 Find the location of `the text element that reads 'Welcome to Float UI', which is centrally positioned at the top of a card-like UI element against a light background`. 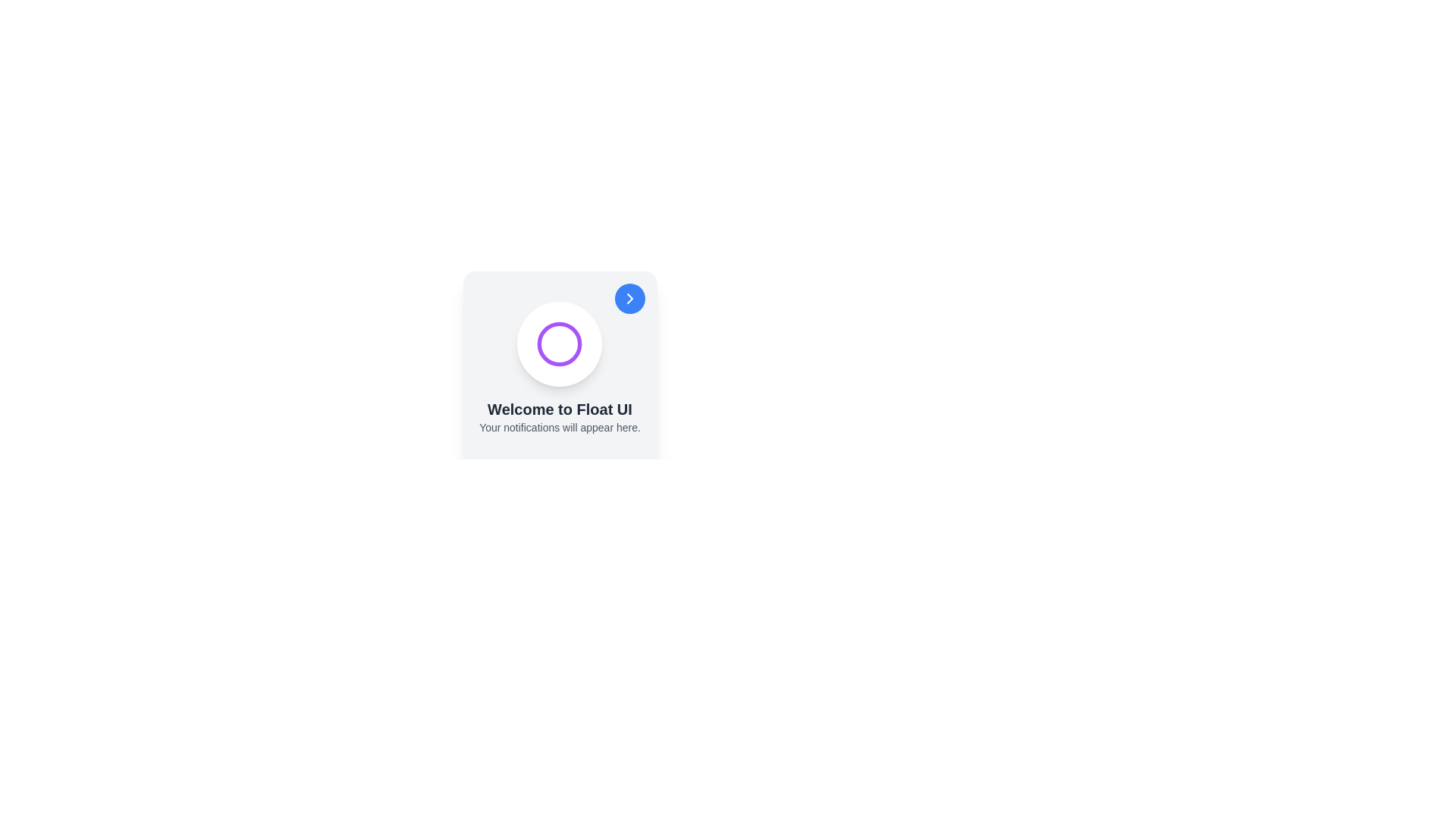

the text element that reads 'Welcome to Float UI', which is centrally positioned at the top of a card-like UI element against a light background is located at coordinates (559, 409).